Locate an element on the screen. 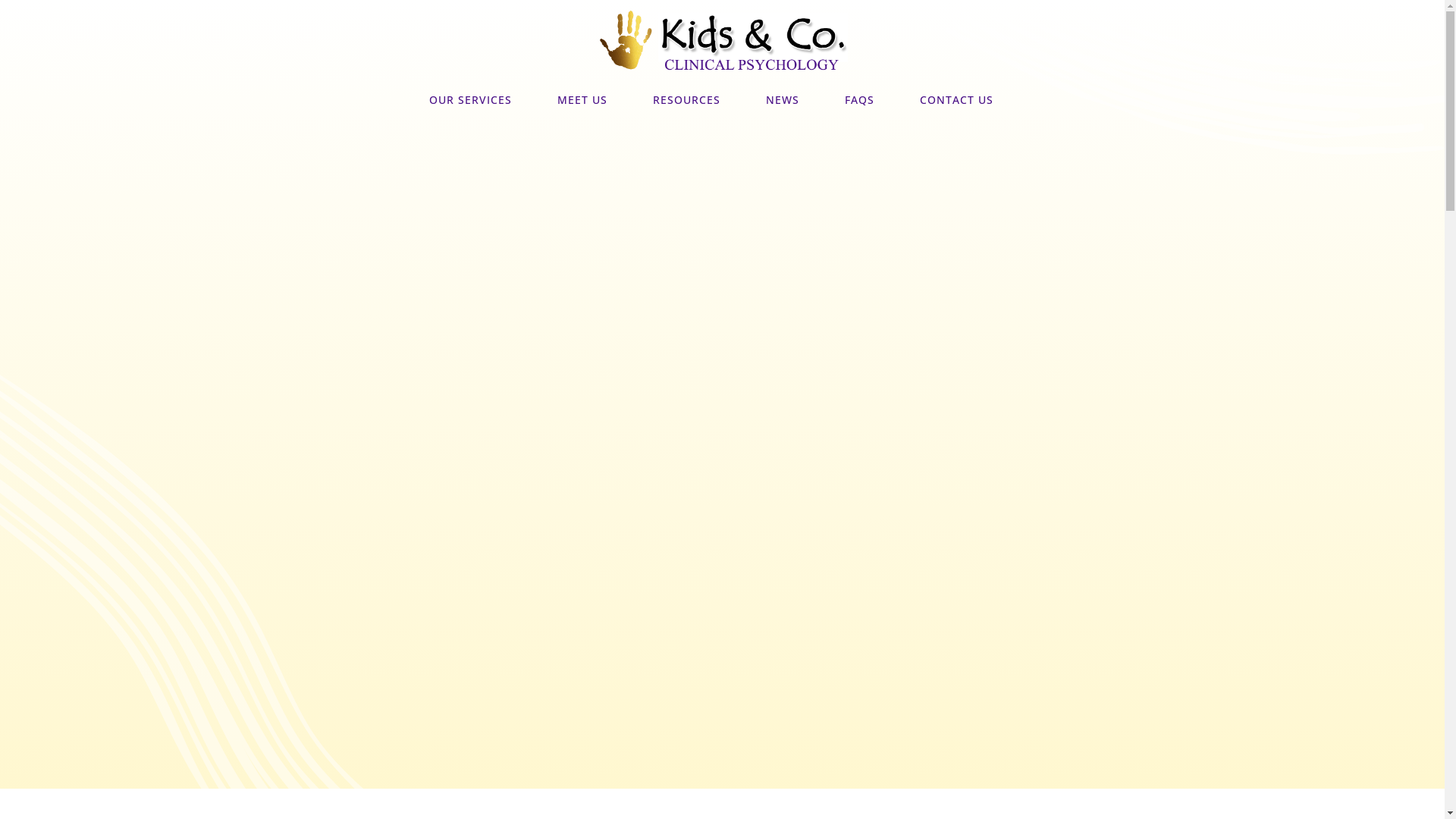 This screenshot has width=1456, height=819. 'FAQS' is located at coordinates (859, 99).